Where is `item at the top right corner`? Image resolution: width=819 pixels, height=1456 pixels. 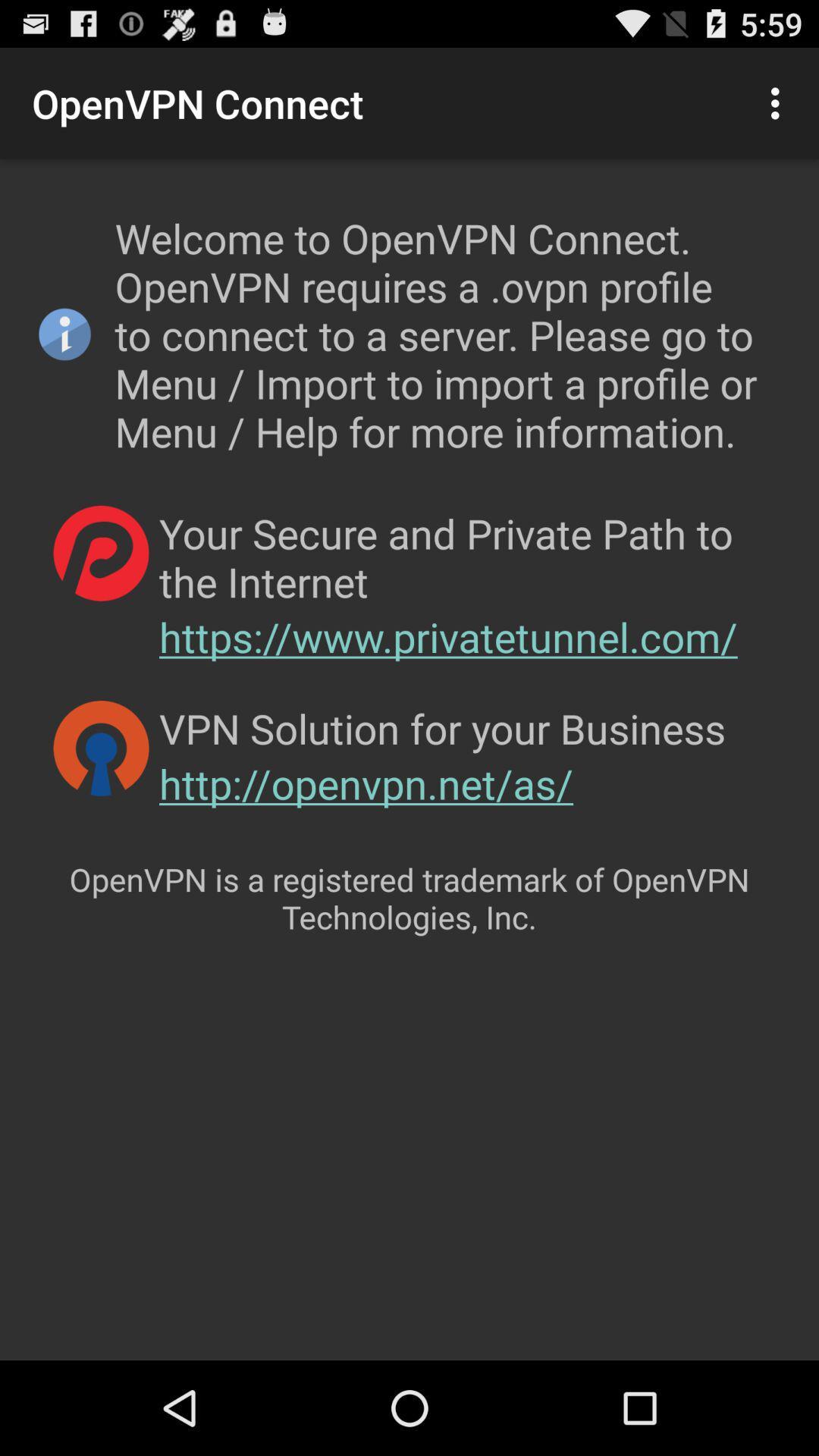 item at the top right corner is located at coordinates (779, 102).